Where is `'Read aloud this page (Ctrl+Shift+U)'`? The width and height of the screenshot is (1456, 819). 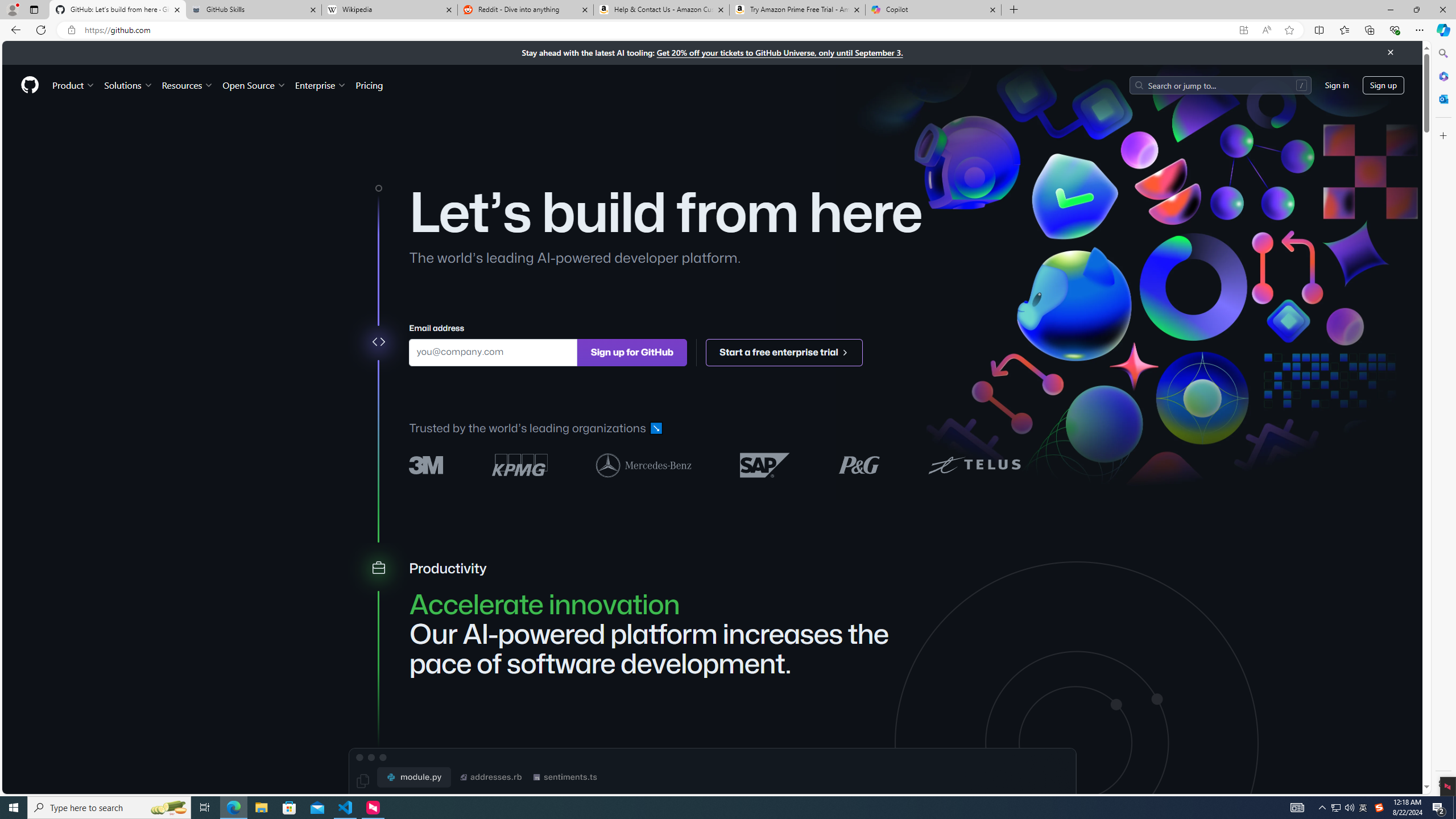
'Read aloud this page (Ctrl+Shift+U)' is located at coordinates (1266, 30).